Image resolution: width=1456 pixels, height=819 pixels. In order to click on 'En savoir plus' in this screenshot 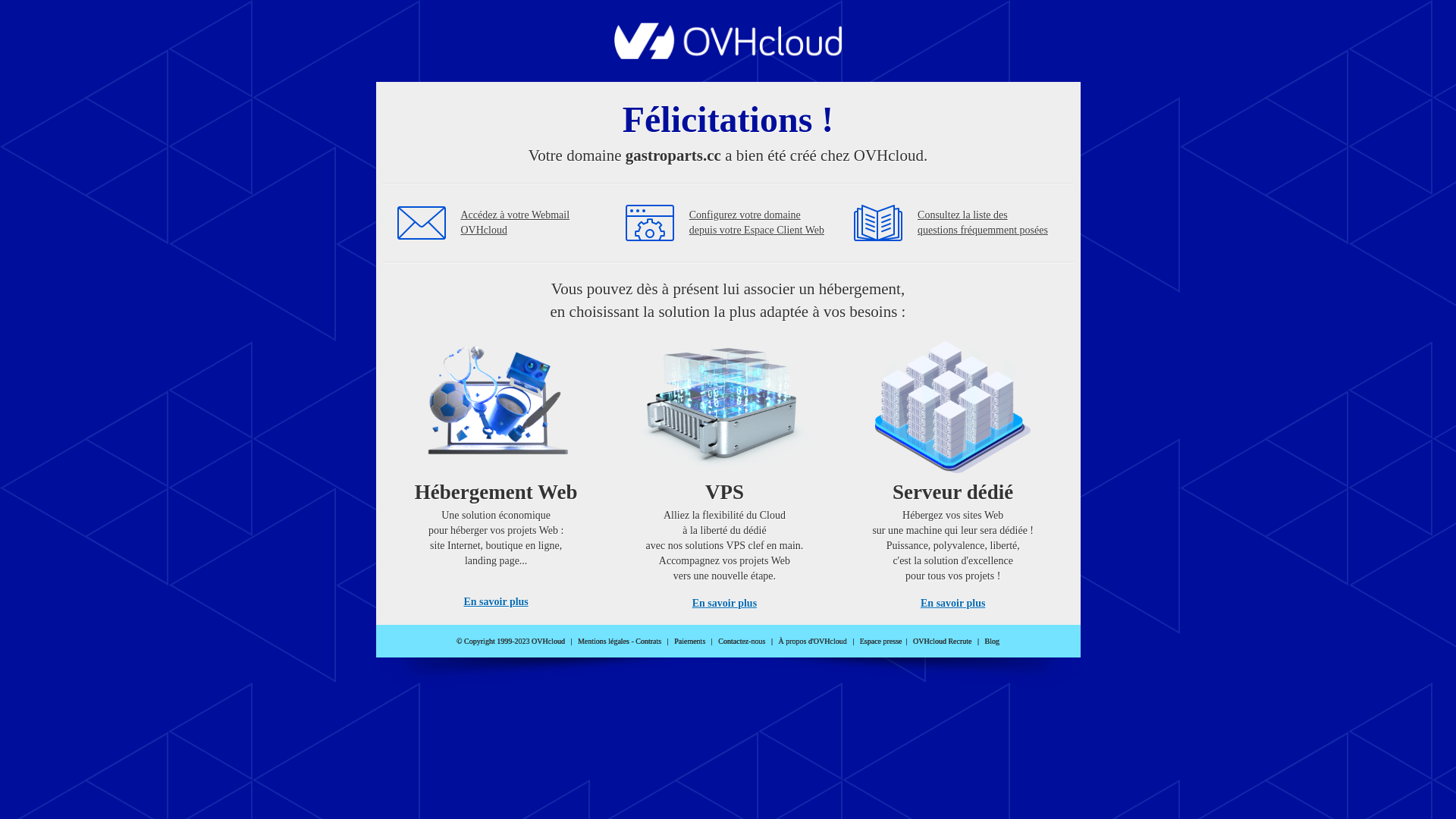, I will do `click(462, 601)`.